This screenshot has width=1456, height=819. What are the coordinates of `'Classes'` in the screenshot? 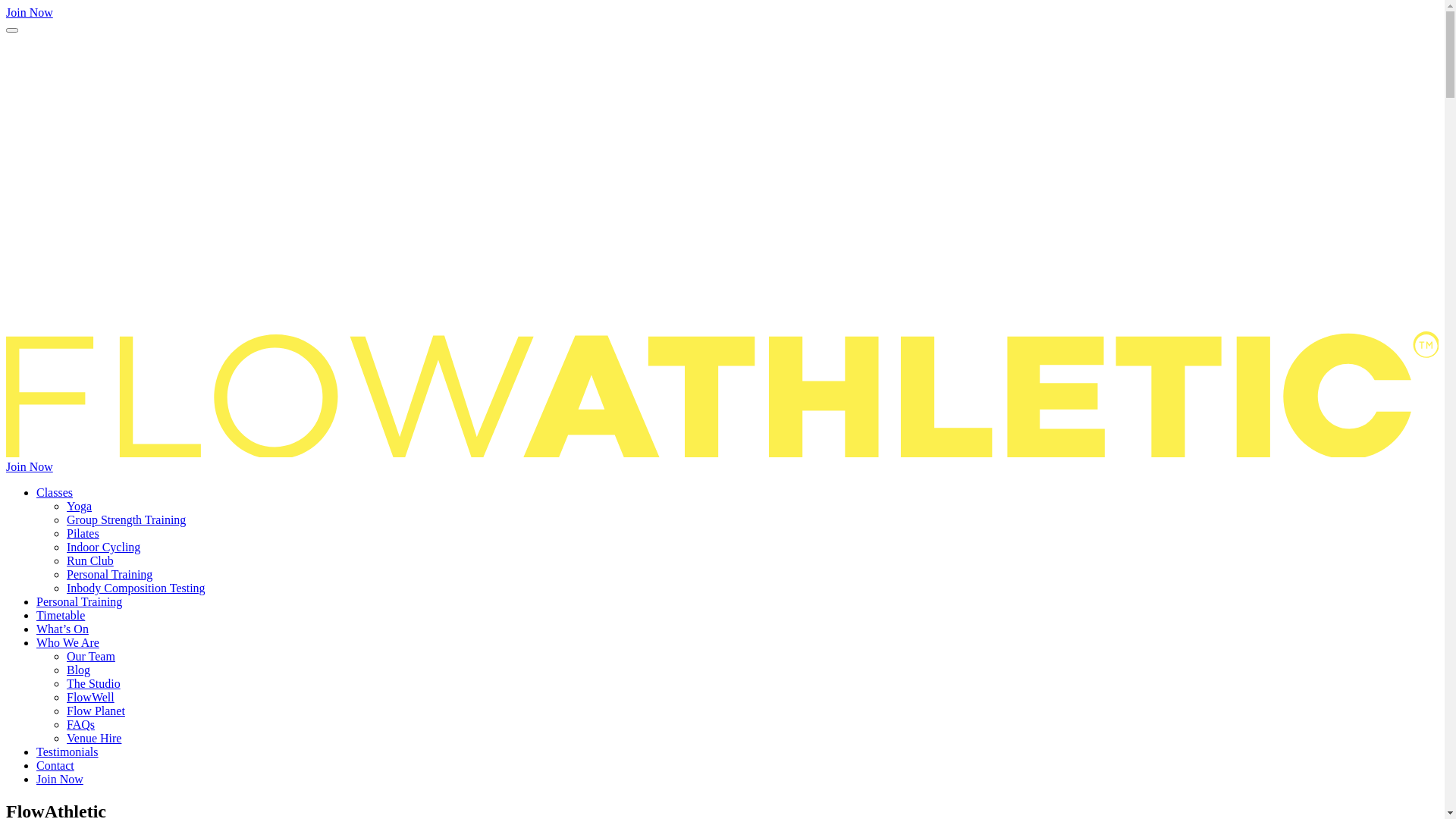 It's located at (55, 492).